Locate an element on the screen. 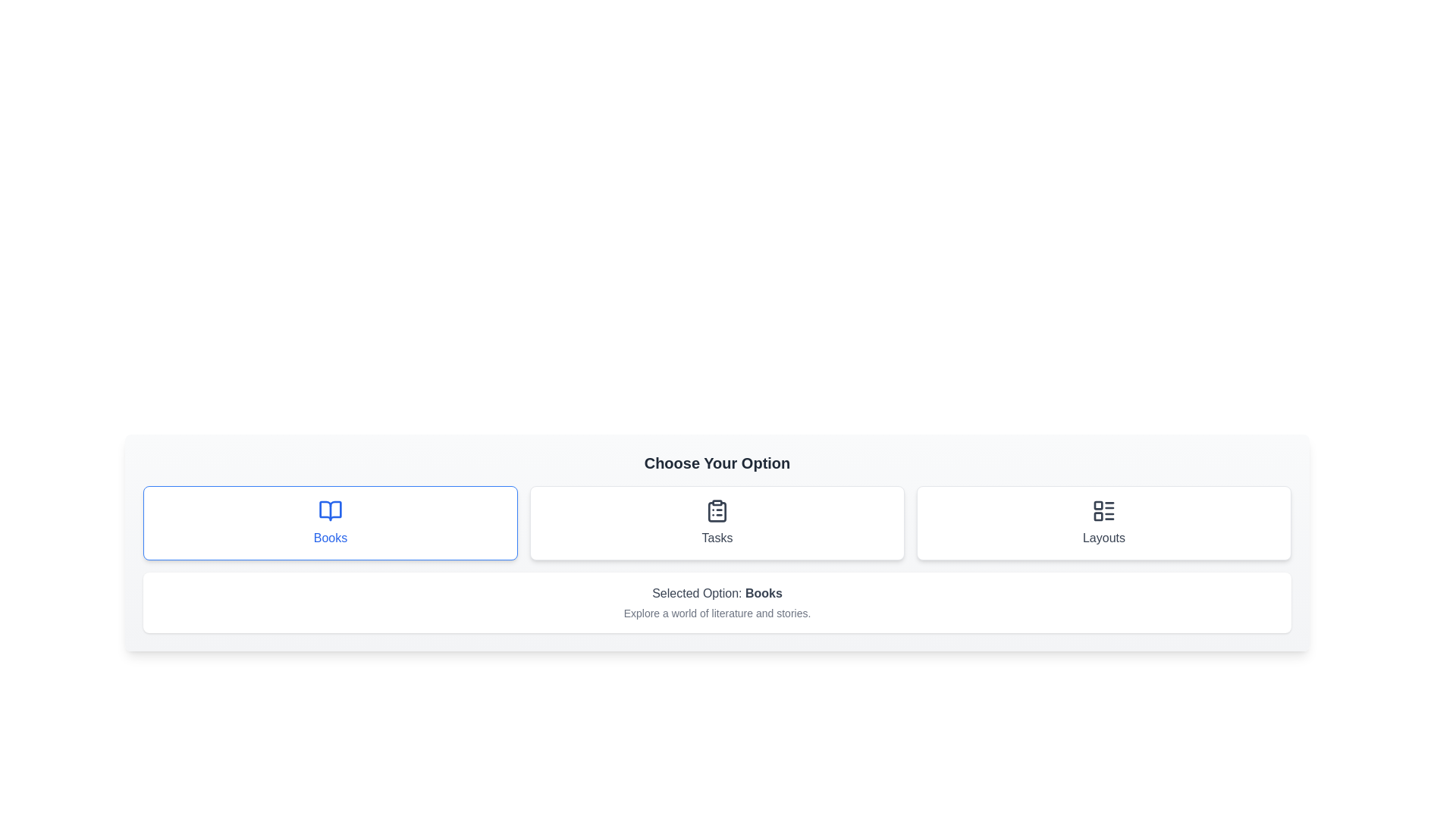  the content of the 'Books' label in the selection menu, which is centrally positioned beneath an open book icon in the leftmost card of three options is located at coordinates (330, 537).